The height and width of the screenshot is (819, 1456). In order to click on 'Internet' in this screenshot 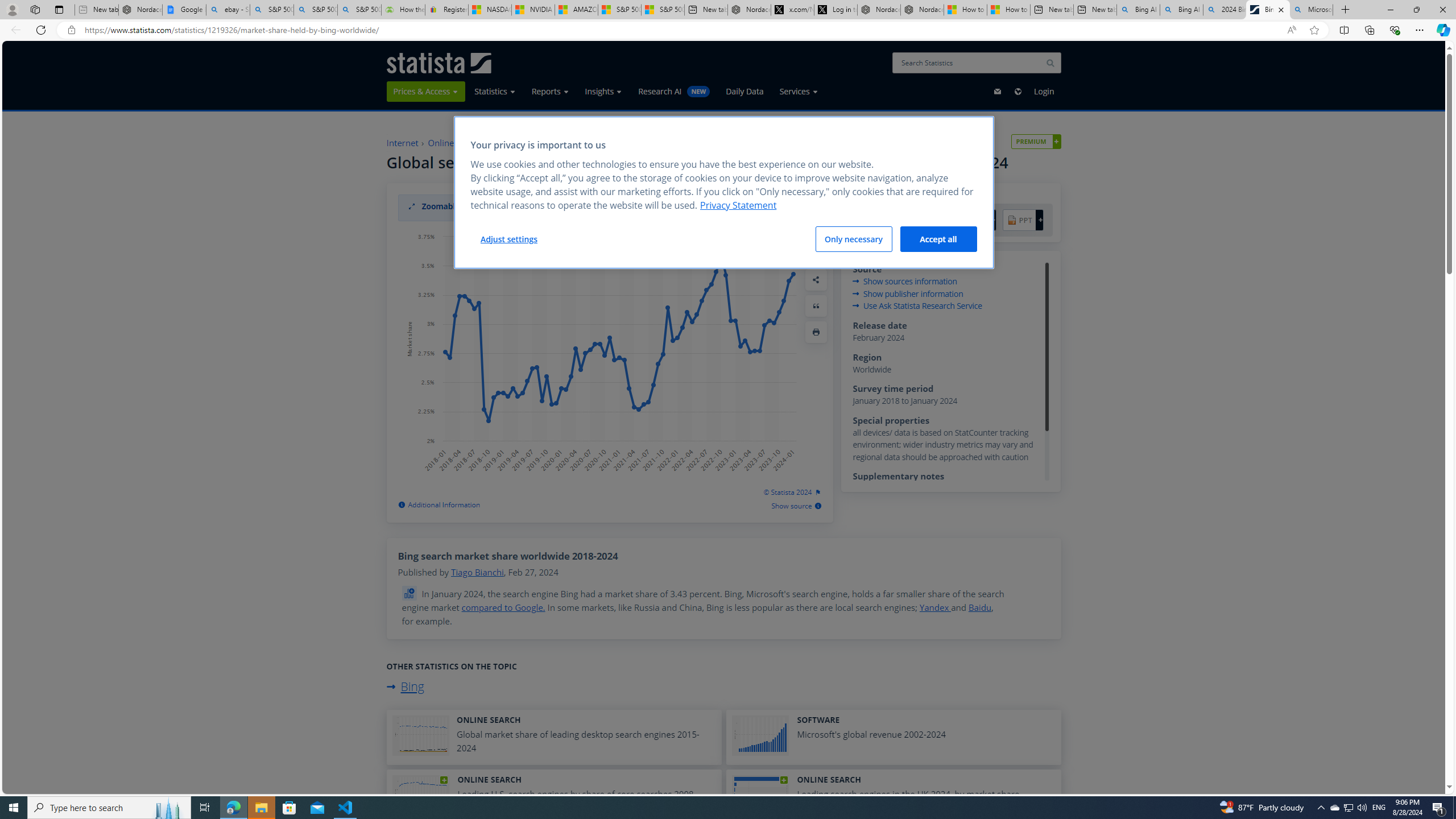, I will do `click(406, 142)`.